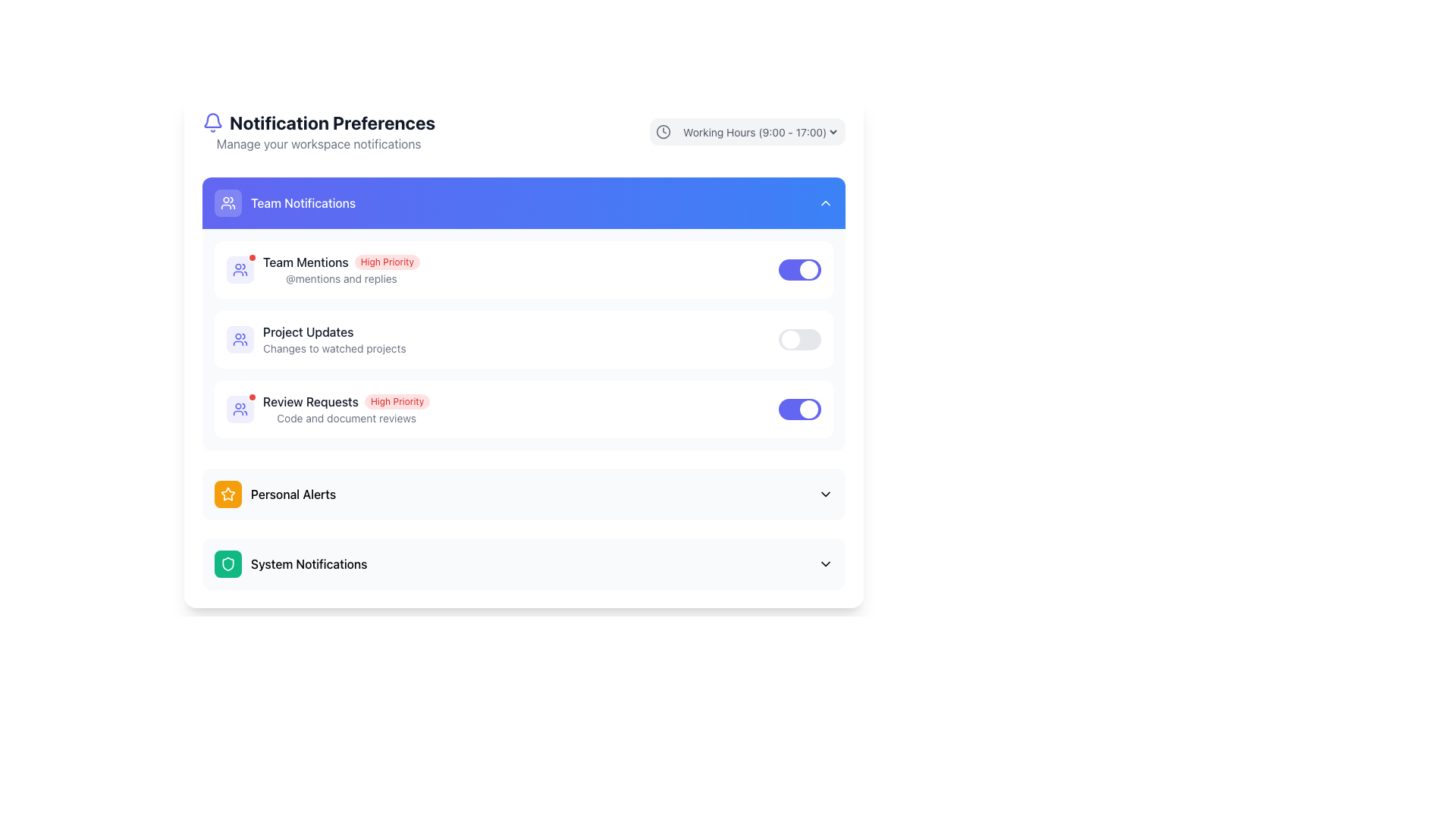 The width and height of the screenshot is (1456, 819). I want to click on the shield icon inside the green rounded rectangle button, which is located to the left of the 'System Notifications' label, so click(227, 564).